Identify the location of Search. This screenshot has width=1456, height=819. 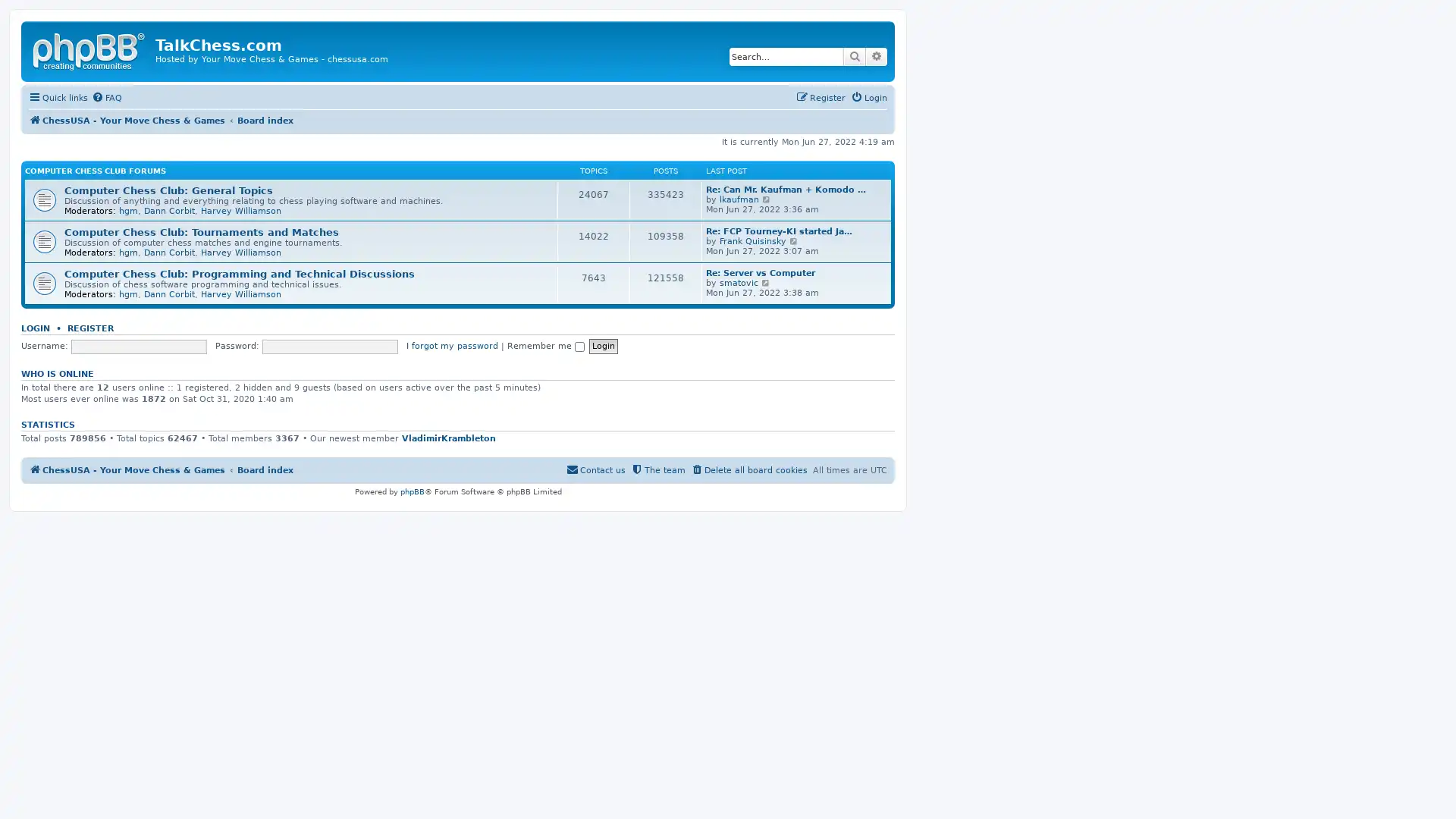
(855, 55).